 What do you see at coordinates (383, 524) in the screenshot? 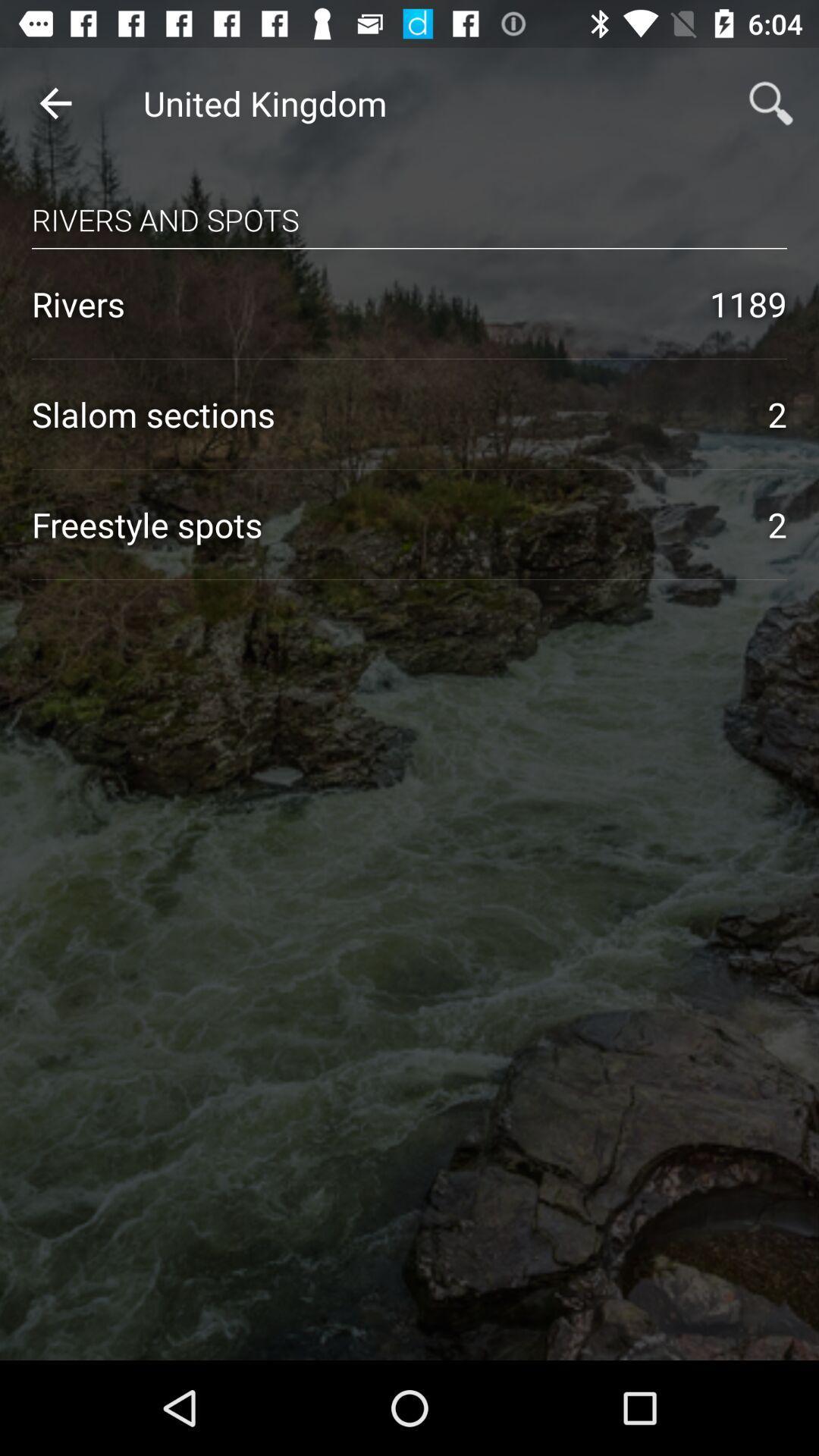
I see `the freestyle spots` at bounding box center [383, 524].